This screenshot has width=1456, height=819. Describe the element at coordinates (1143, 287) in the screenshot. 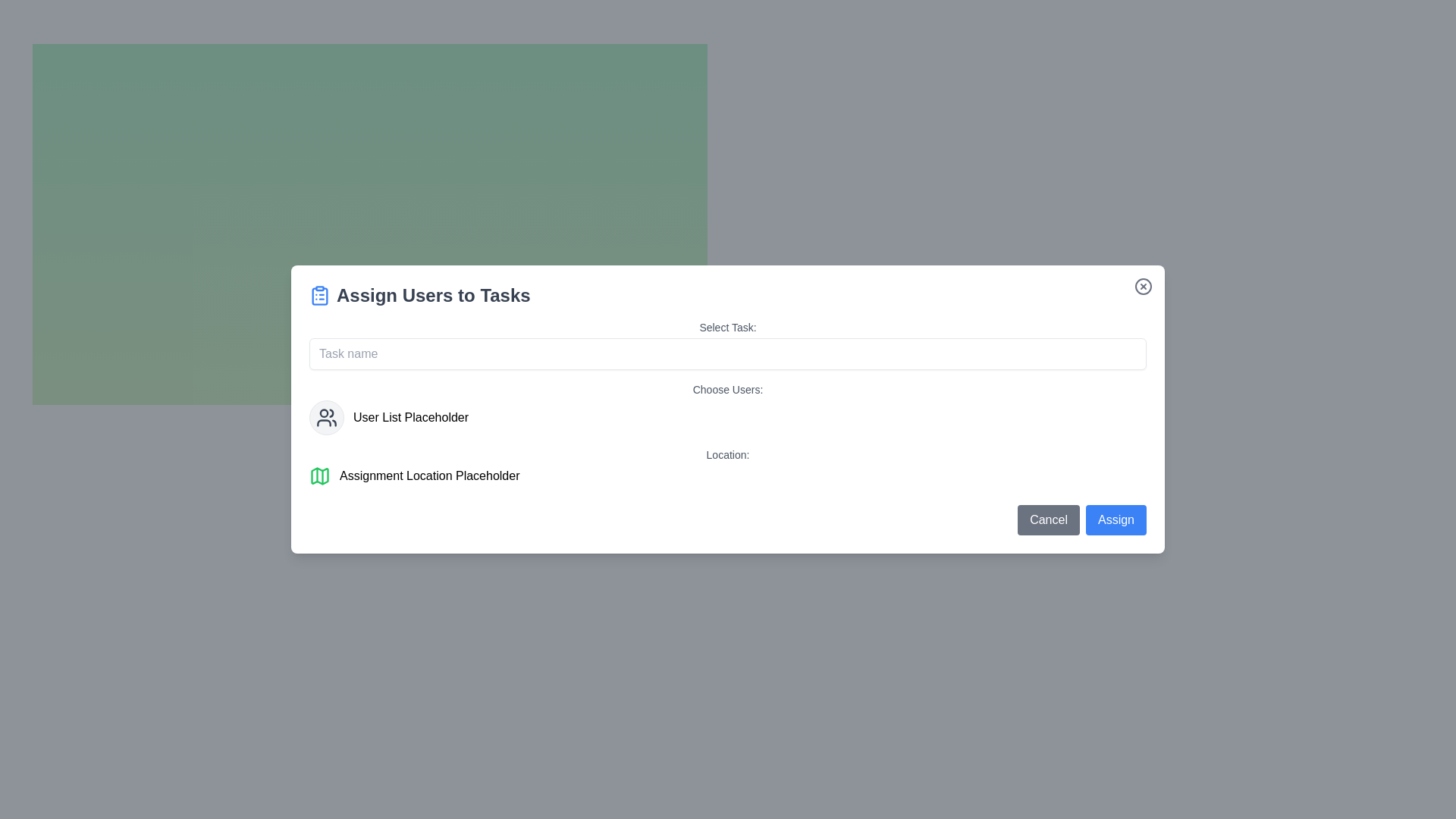

I see `the close button (Icon Button) located in the top-right corner of the dialog` at that location.